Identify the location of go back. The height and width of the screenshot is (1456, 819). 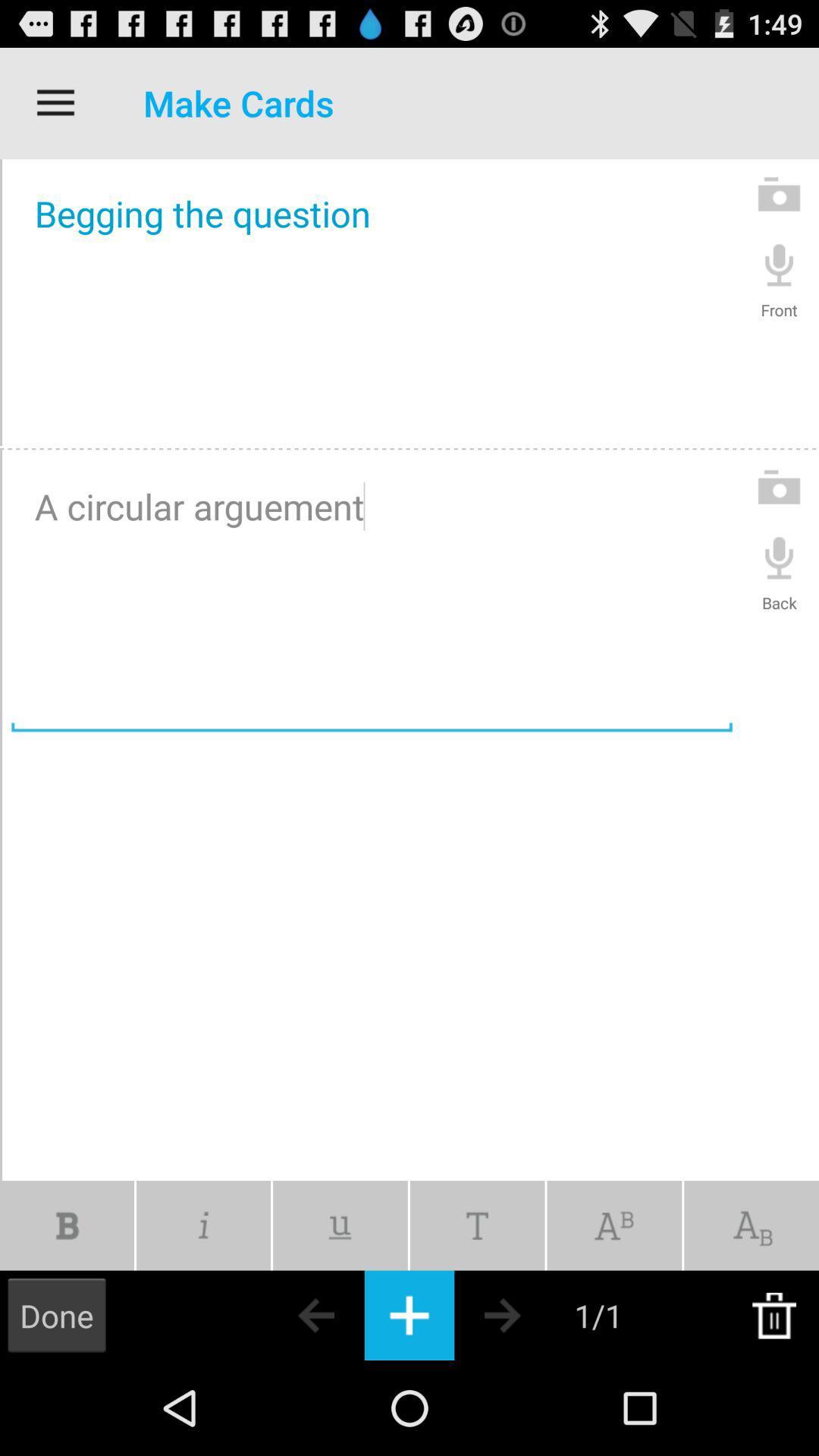
(289, 1314).